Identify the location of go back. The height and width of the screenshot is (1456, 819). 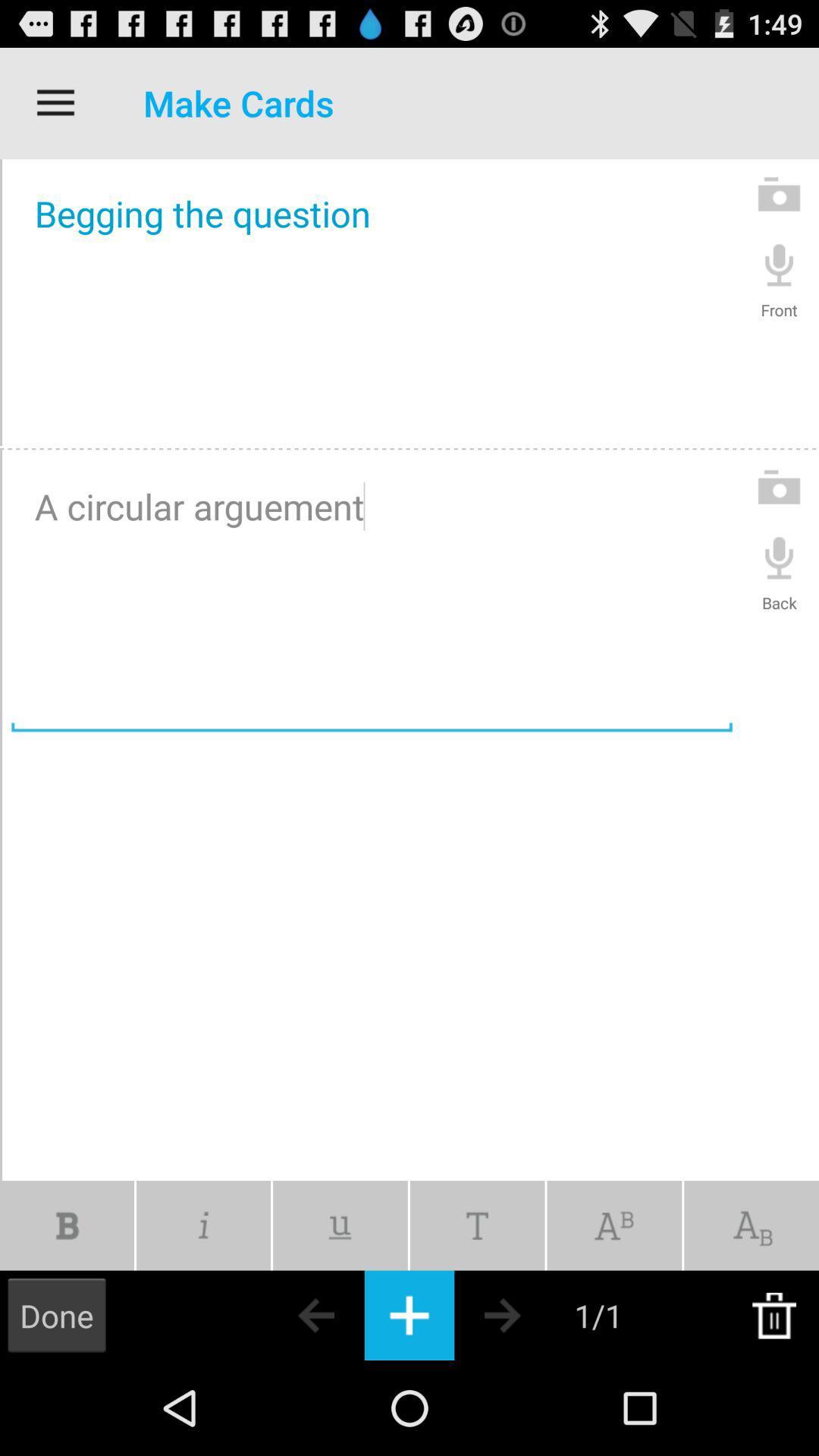
(289, 1314).